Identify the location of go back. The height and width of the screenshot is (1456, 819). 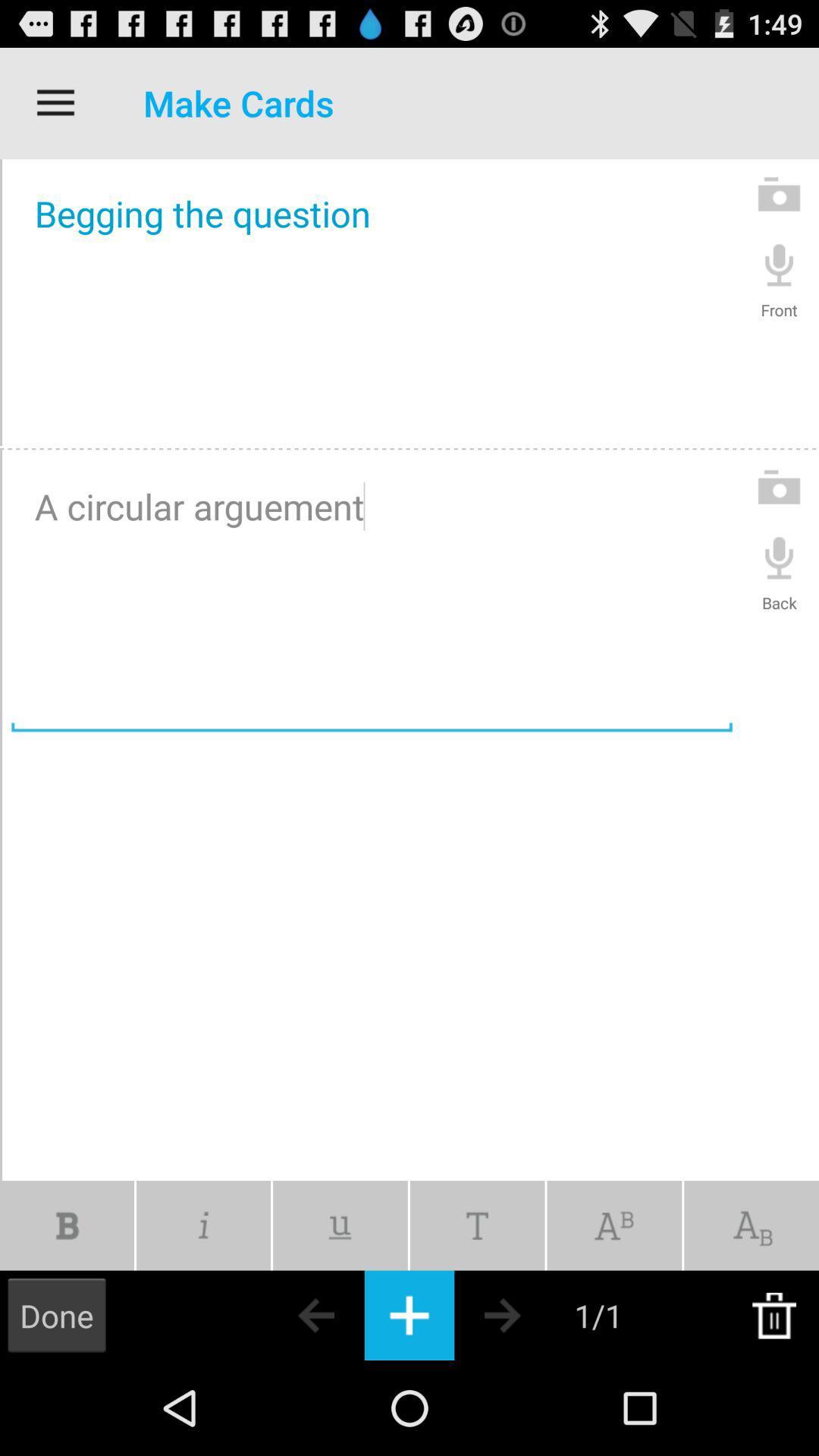
(289, 1314).